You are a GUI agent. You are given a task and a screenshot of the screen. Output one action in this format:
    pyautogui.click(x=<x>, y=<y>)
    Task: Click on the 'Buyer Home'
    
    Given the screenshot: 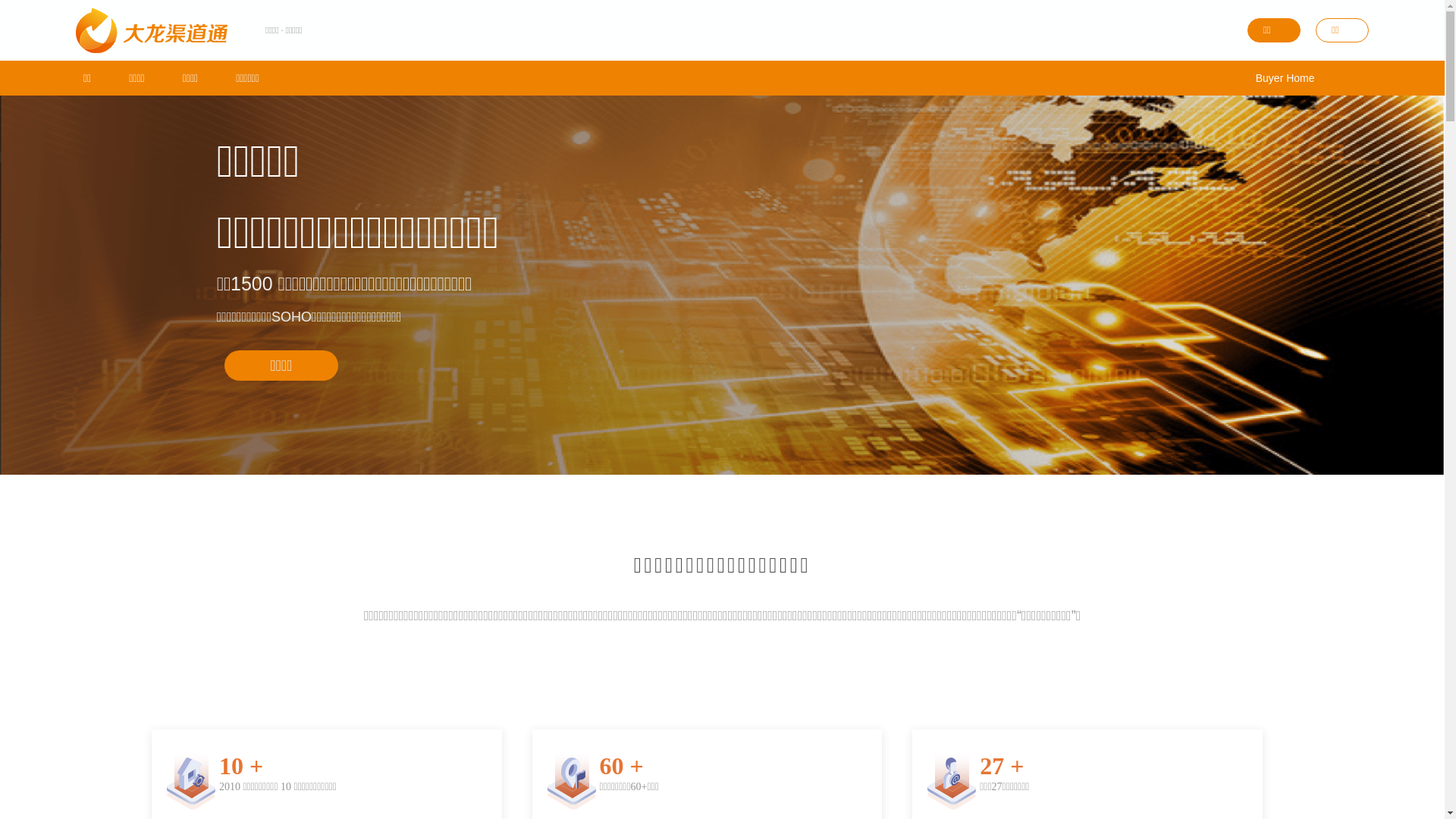 What is the action you would take?
    pyautogui.click(x=1284, y=78)
    